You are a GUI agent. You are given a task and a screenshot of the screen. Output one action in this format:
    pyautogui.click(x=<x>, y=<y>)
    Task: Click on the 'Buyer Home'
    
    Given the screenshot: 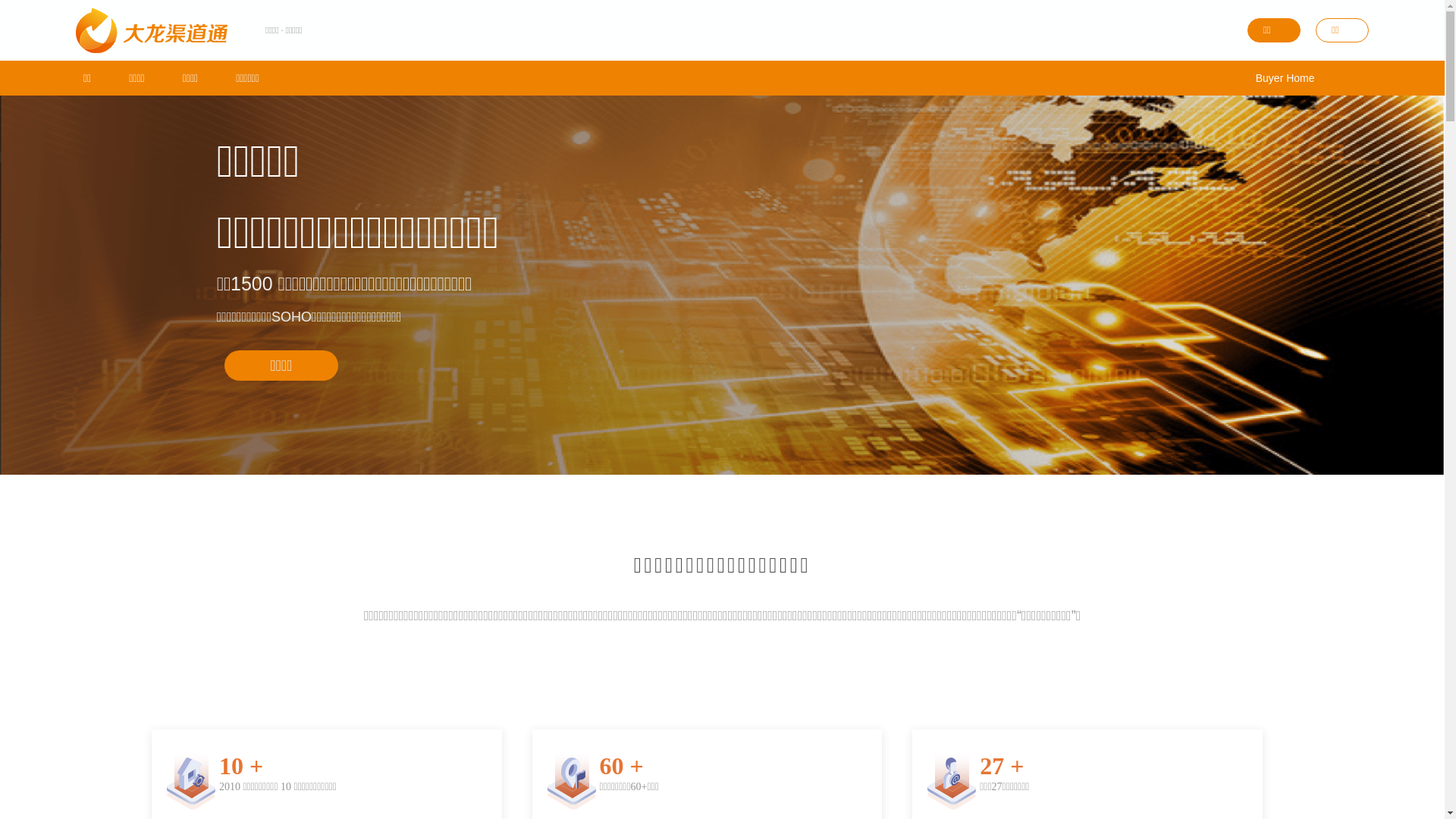 What is the action you would take?
    pyautogui.click(x=1284, y=78)
    